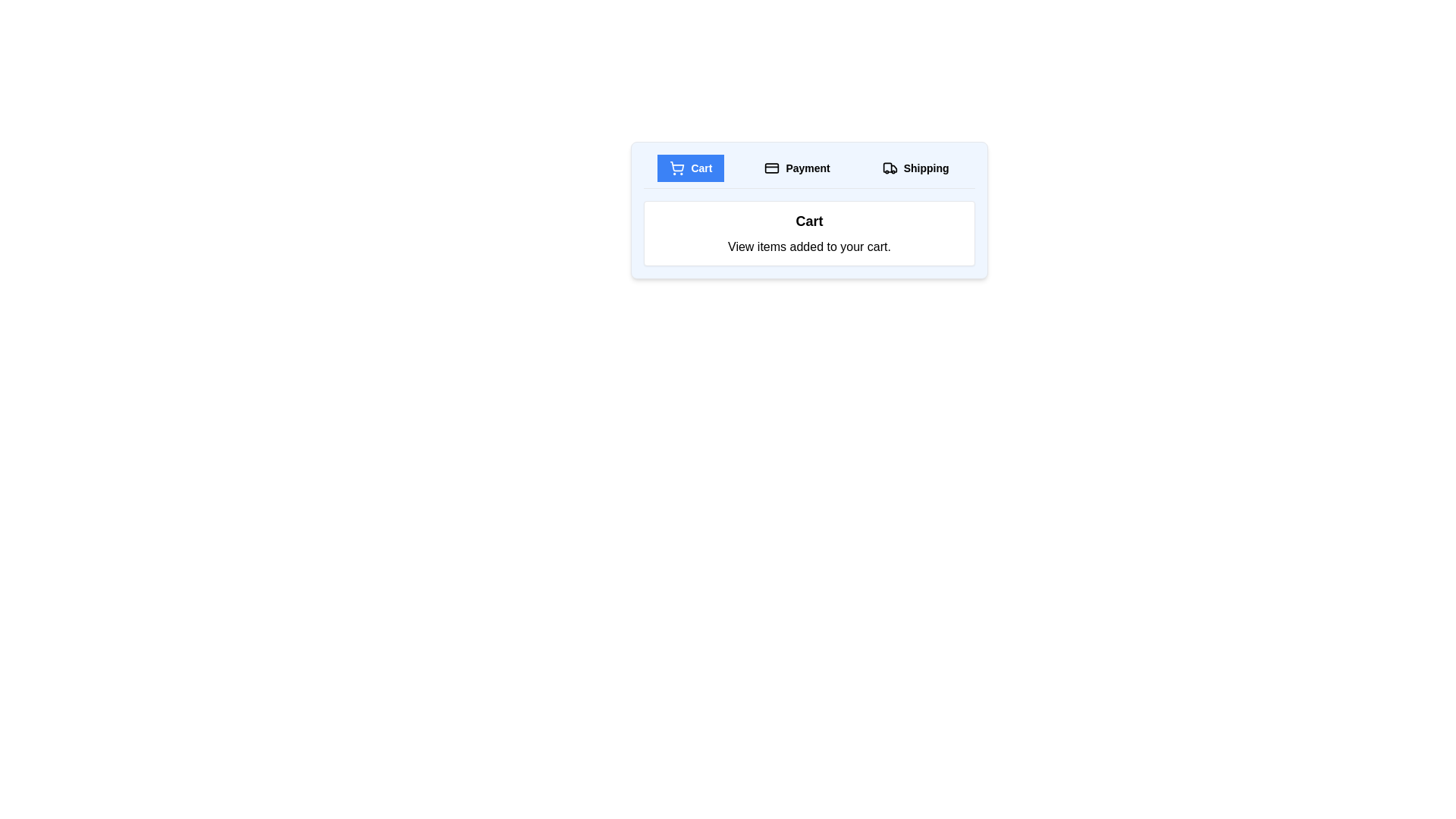 The height and width of the screenshot is (819, 1456). What do you see at coordinates (796, 168) in the screenshot?
I see `the Payment tab to switch to its content` at bounding box center [796, 168].